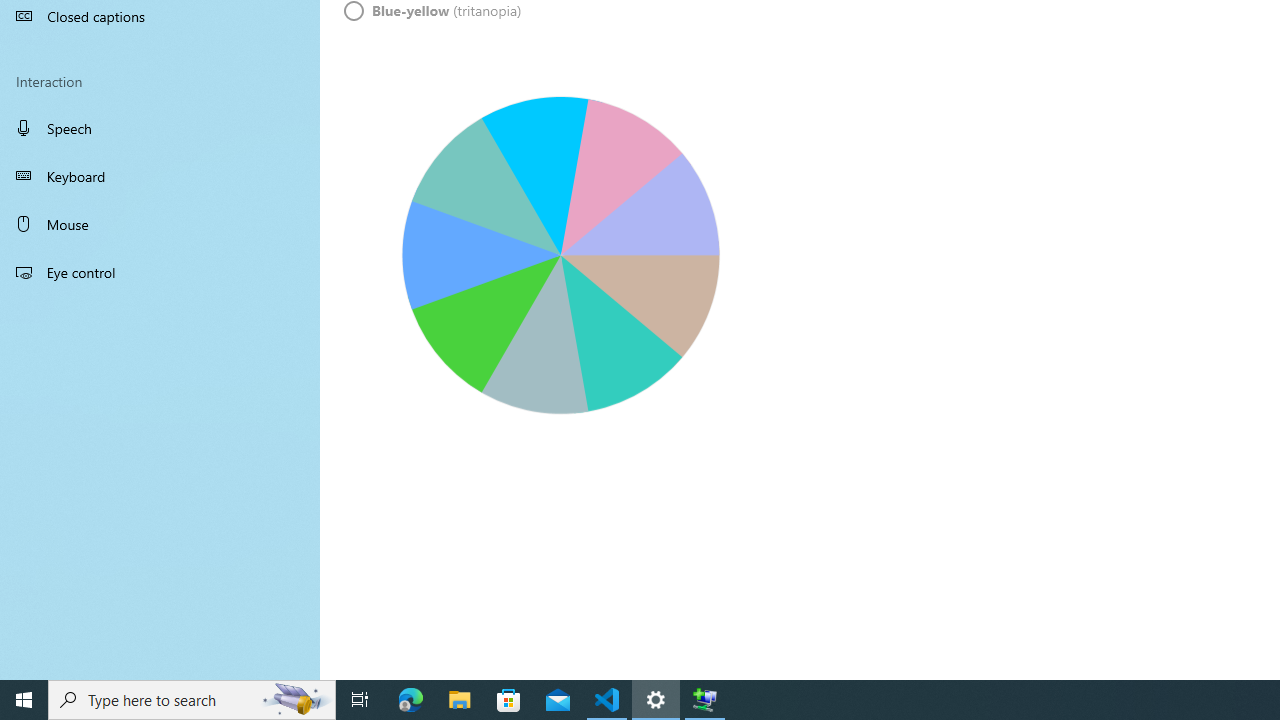 Image resolution: width=1280 pixels, height=720 pixels. Describe the element at coordinates (160, 271) in the screenshot. I see `'Eye control'` at that location.